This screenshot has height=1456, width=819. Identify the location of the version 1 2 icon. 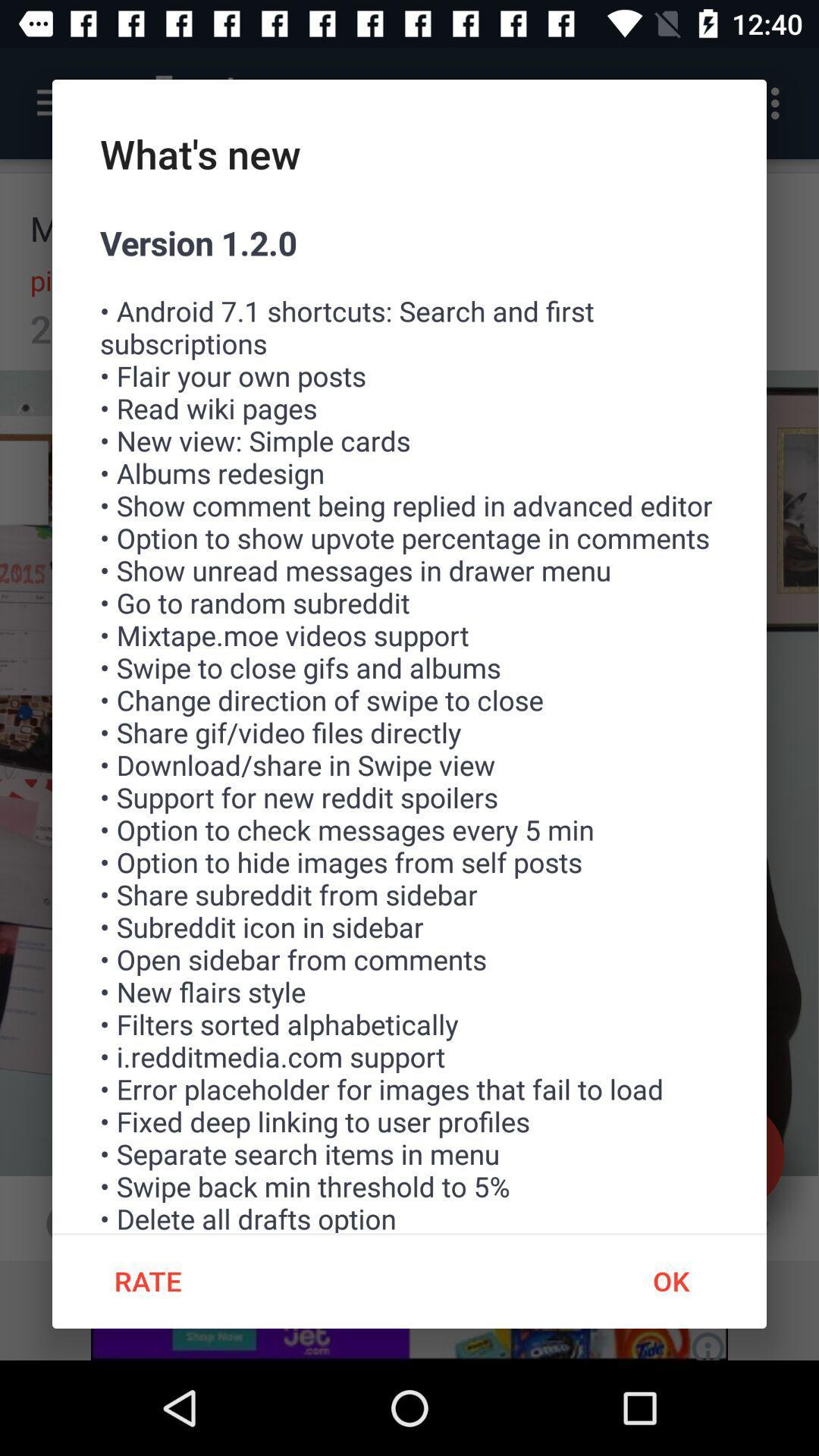
(409, 726).